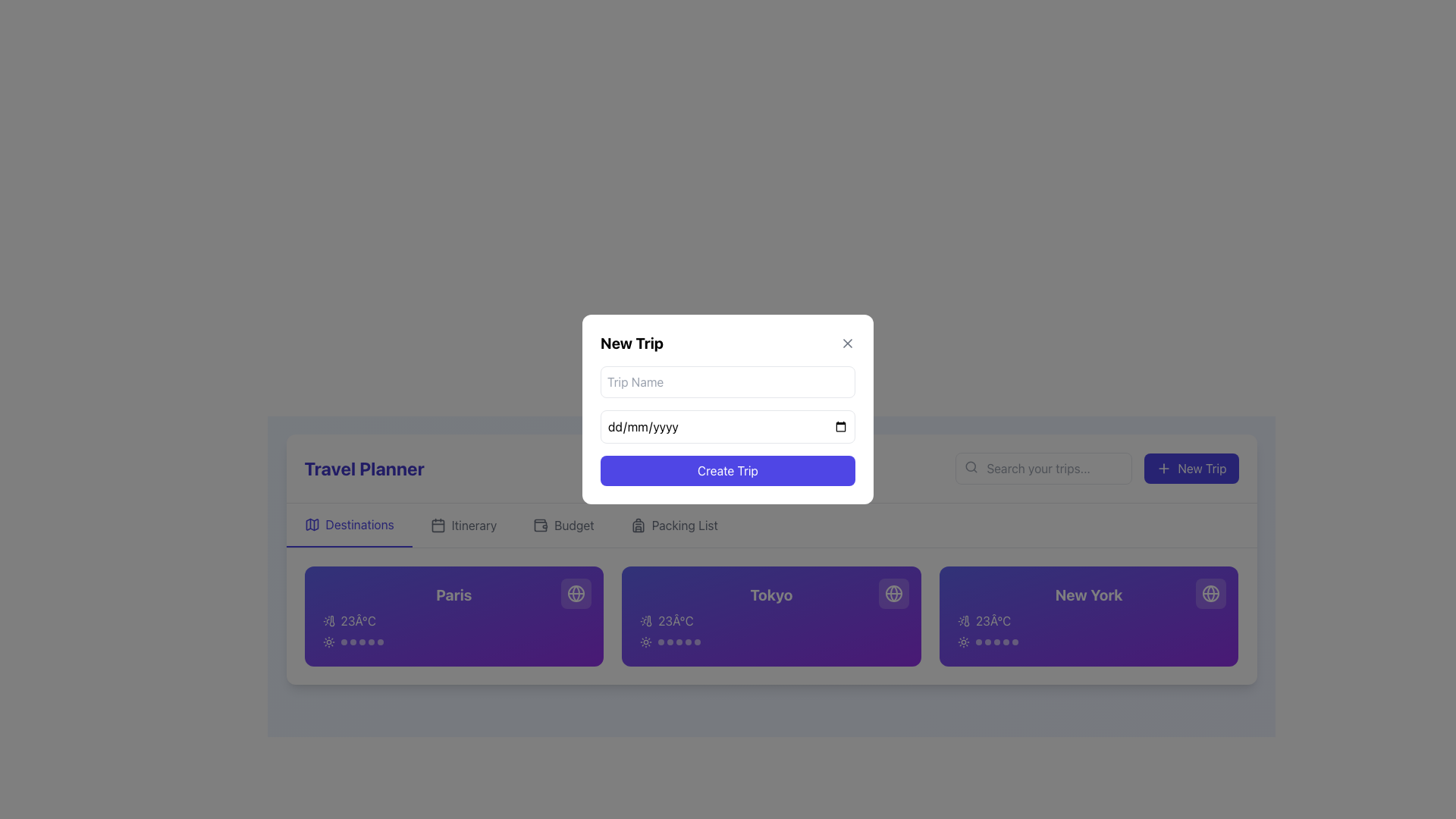 The width and height of the screenshot is (1456, 819). What do you see at coordinates (675, 620) in the screenshot?
I see `the text label displaying '23°C' in light gray color, located within the 'Tokyo' card, near the thermometer icon` at bounding box center [675, 620].